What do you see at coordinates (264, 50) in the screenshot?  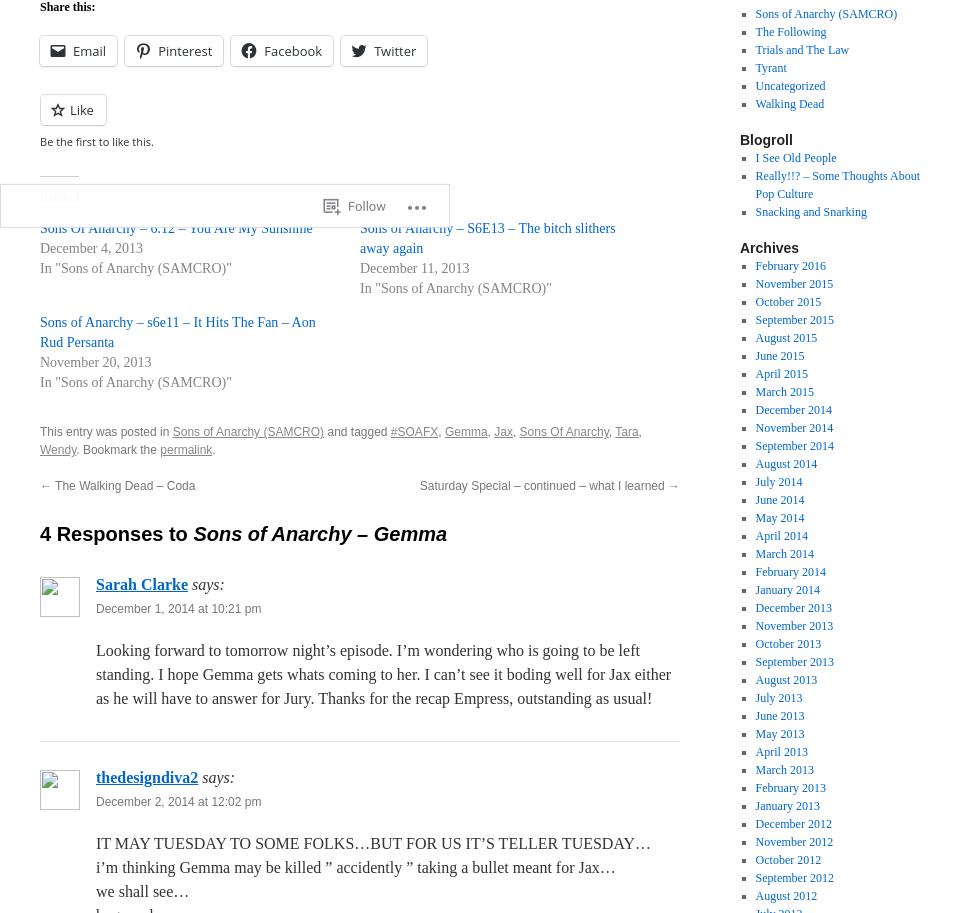 I see `'Facebook'` at bounding box center [264, 50].